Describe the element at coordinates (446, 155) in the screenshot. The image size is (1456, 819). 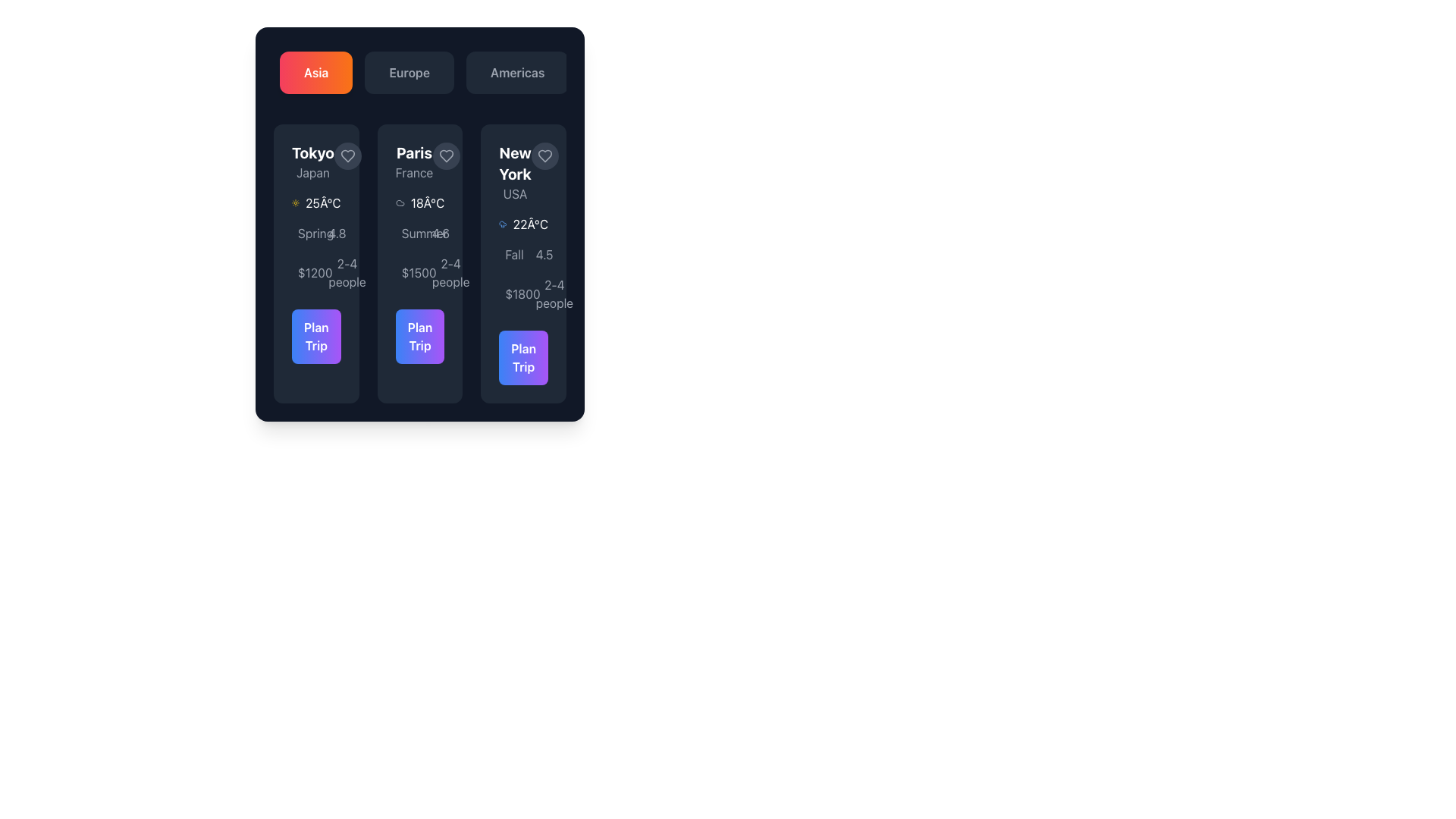
I see `the circular interactive button with a dark gray background and light gray heart icon at the top-right corner of the 'Paris' card` at that location.